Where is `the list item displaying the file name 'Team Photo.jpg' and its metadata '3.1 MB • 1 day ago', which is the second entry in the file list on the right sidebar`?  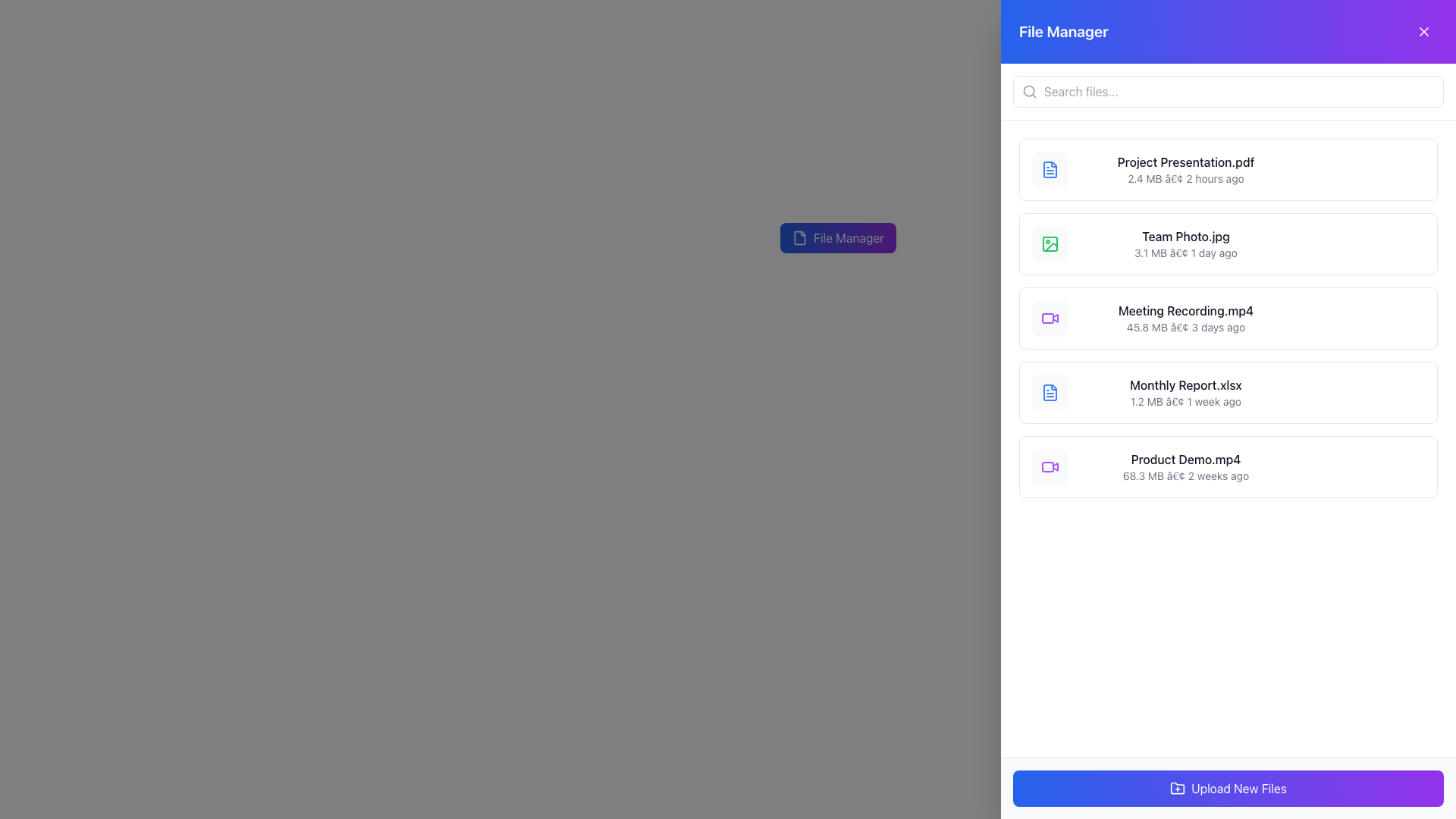
the list item displaying the file name 'Team Photo.jpg' and its metadata '3.1 MB • 1 day ago', which is the second entry in the file list on the right sidebar is located at coordinates (1185, 243).